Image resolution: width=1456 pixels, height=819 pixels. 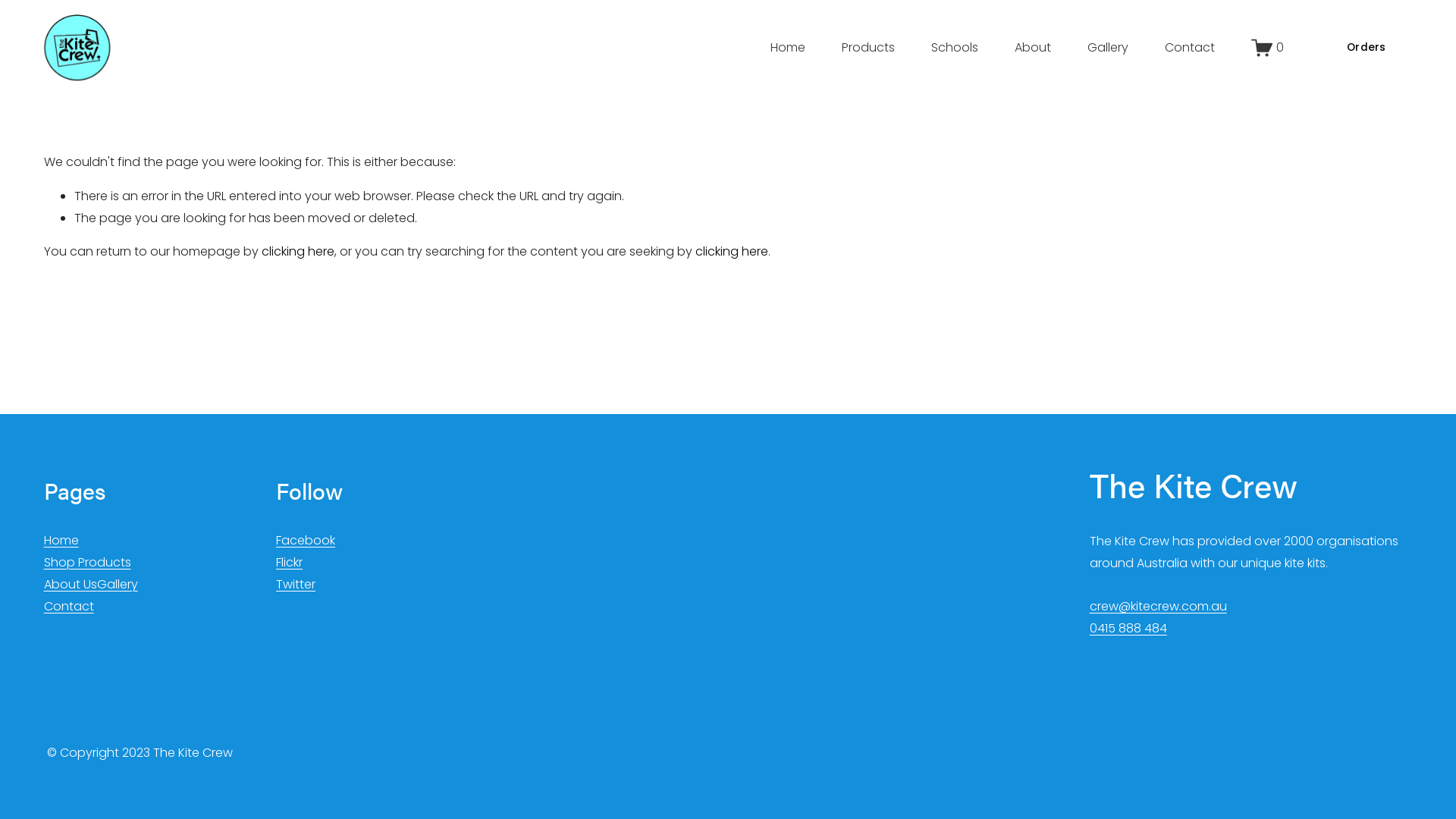 I want to click on '0', so click(x=1267, y=46).